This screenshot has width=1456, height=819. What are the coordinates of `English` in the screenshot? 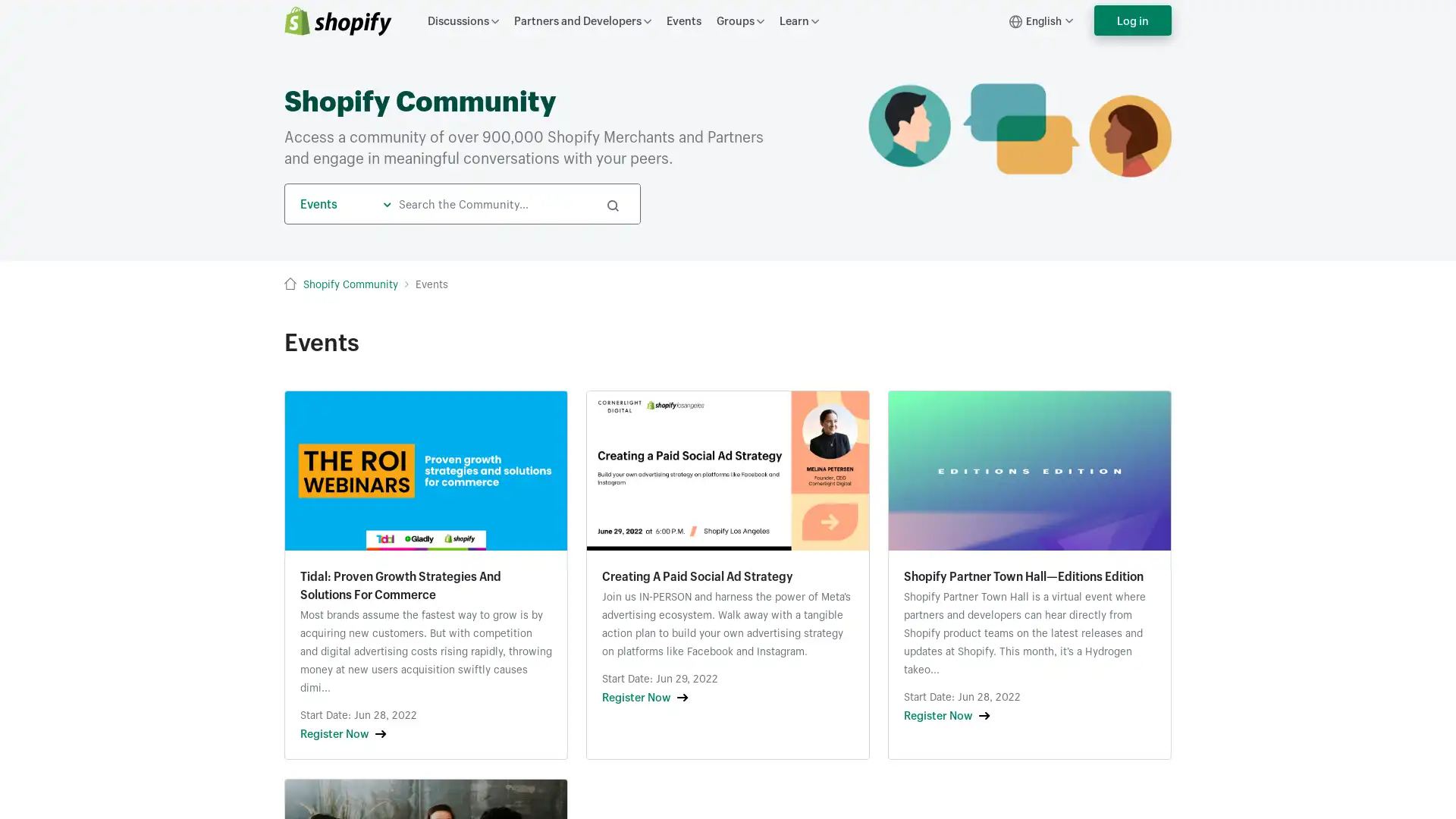 It's located at (1040, 20).